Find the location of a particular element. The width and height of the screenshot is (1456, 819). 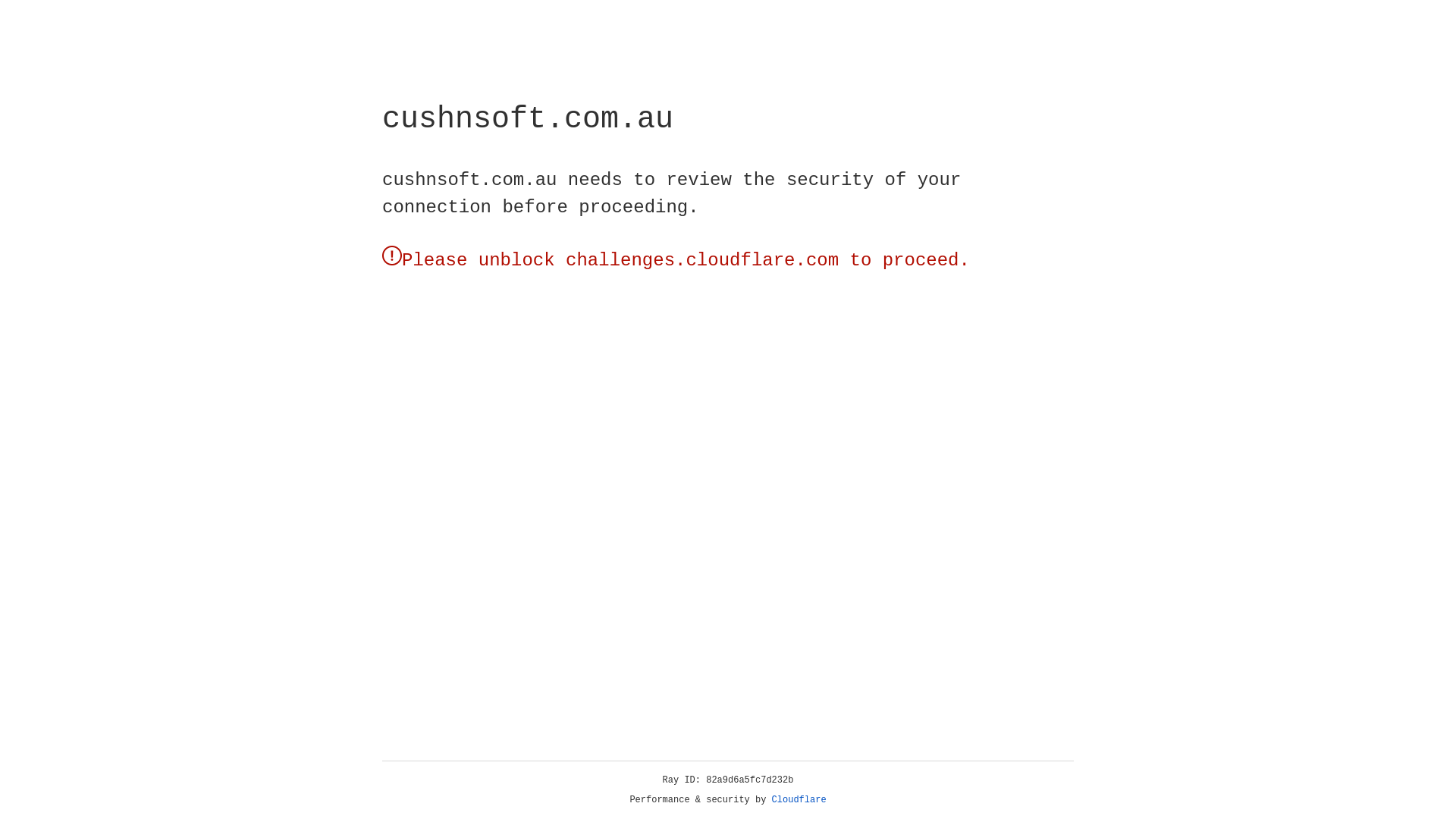

'Cloudflare' is located at coordinates (799, 799).